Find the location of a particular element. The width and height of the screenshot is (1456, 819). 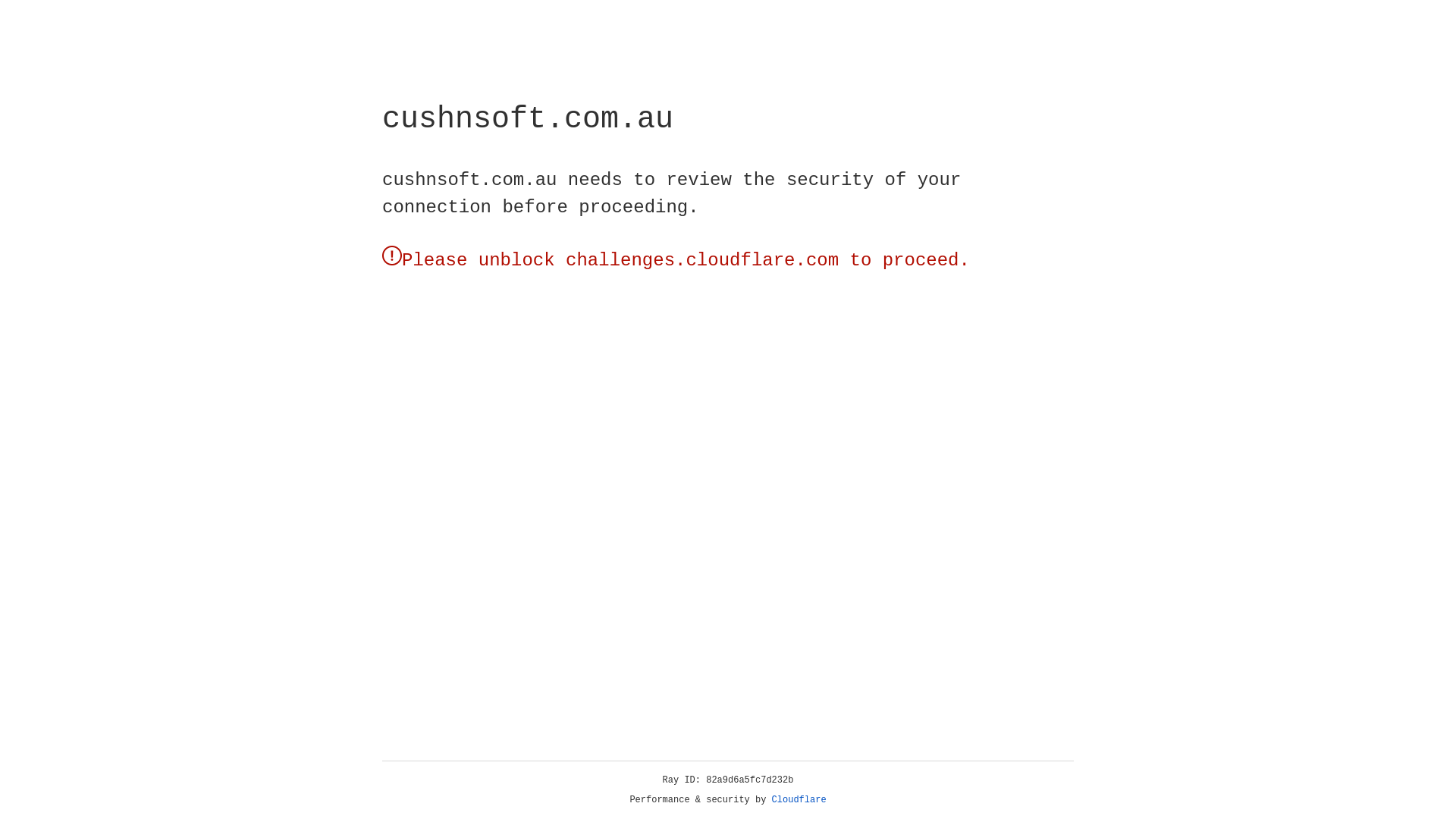

'Cloudflare' is located at coordinates (799, 799).